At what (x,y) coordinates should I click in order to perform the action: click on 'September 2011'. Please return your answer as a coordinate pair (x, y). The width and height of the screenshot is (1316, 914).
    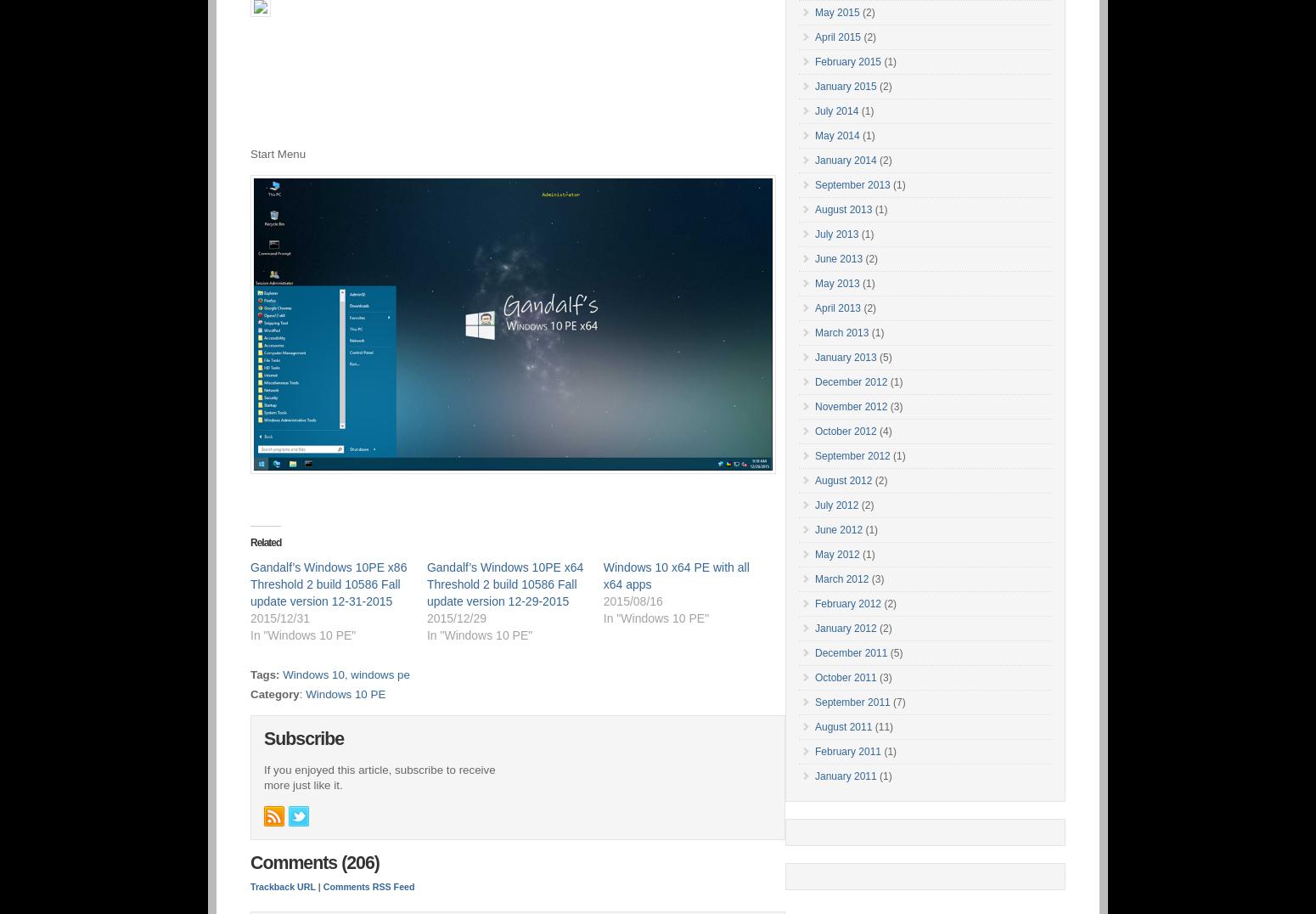
    Looking at the image, I should click on (851, 702).